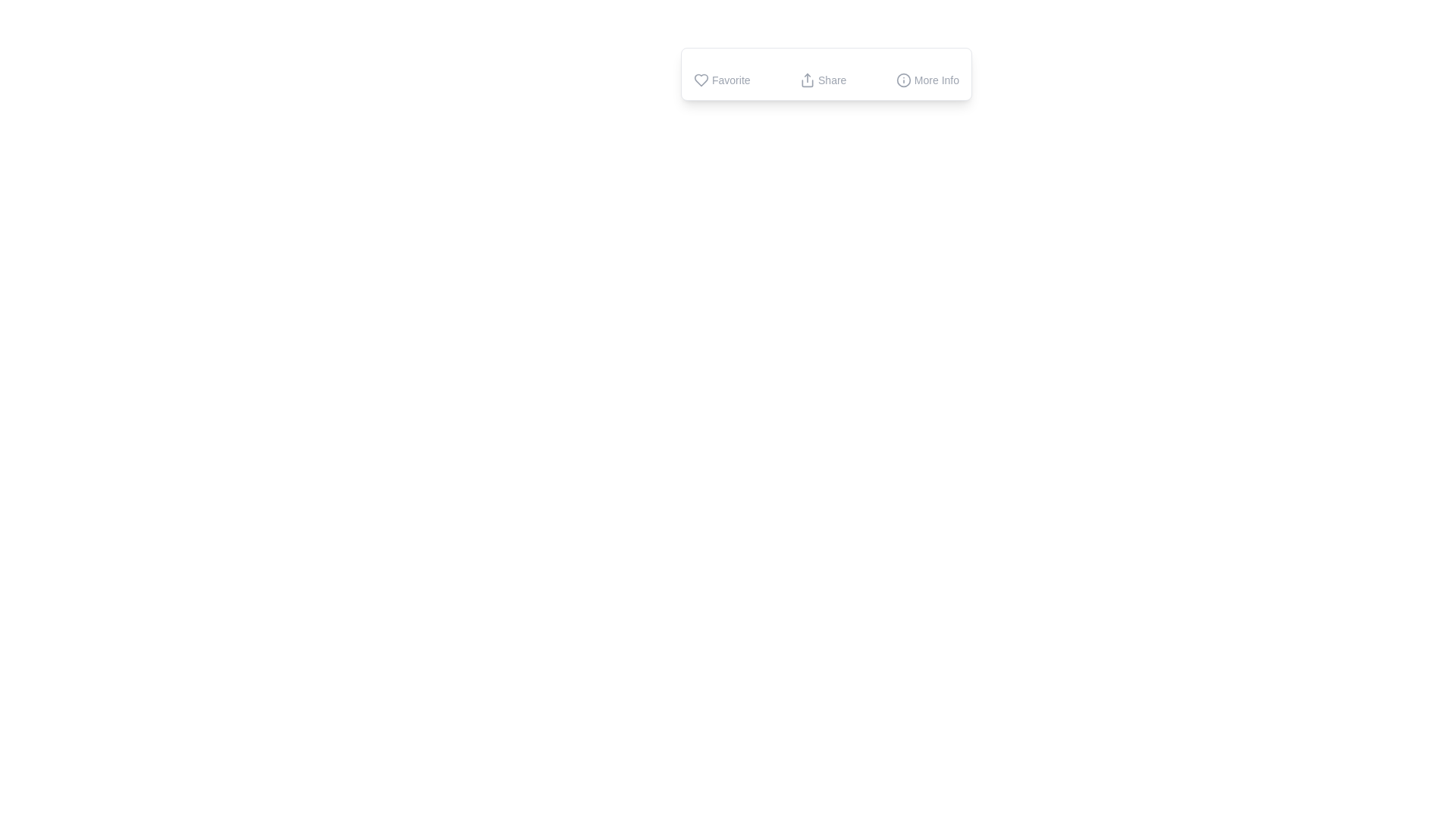  Describe the element at coordinates (721, 80) in the screenshot. I see `the 'Favorite' button, which features a heart-shaped icon and light gray text that changes to red on hover, positioned at the left end of a horizontal set of buttons` at that location.